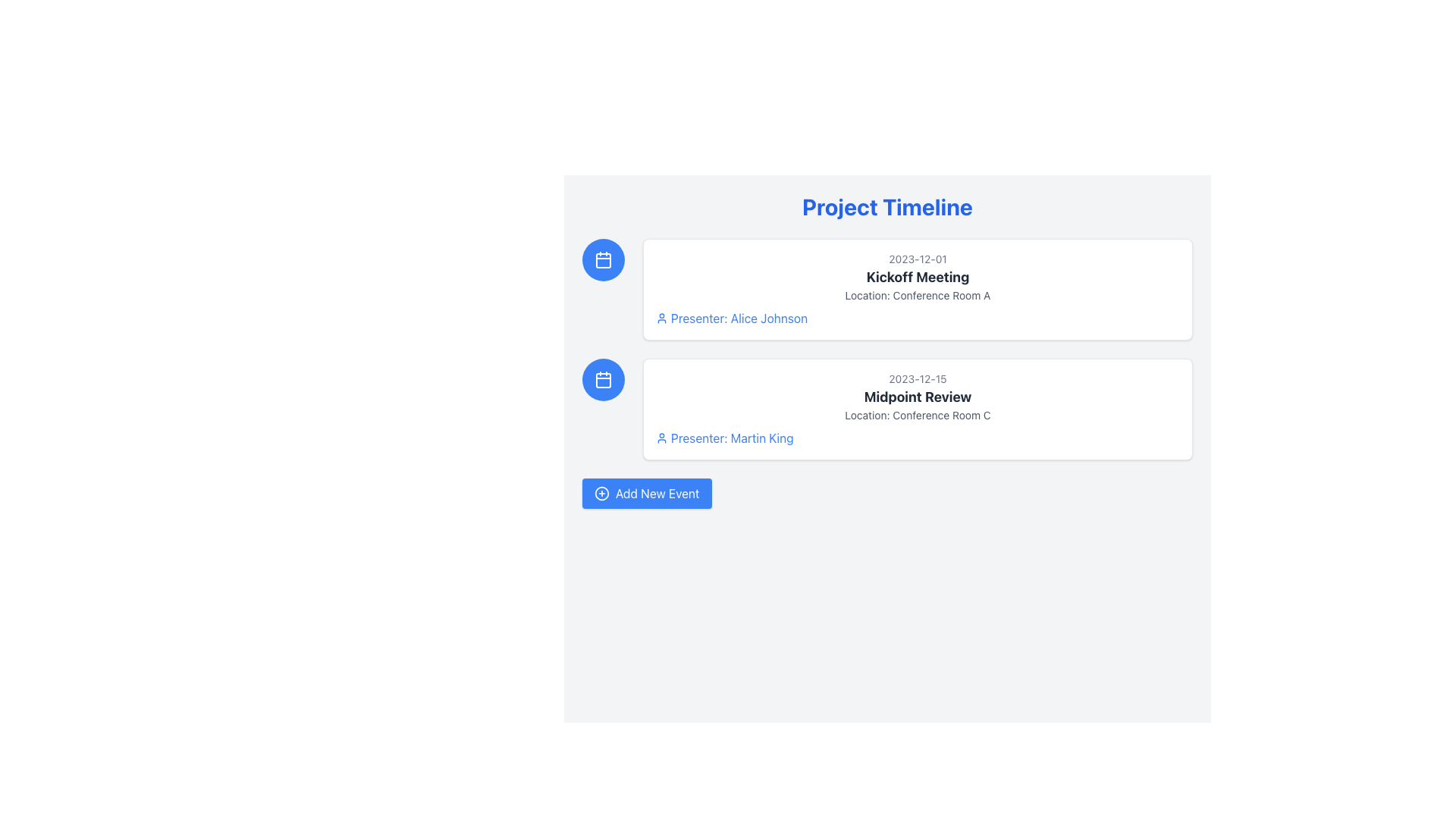 Image resolution: width=1456 pixels, height=819 pixels. I want to click on the Text label that informs users about the specific location of the kickoff meeting, which is located below the title 'Kickoff Meeting' and above the presenter's information, so click(917, 295).